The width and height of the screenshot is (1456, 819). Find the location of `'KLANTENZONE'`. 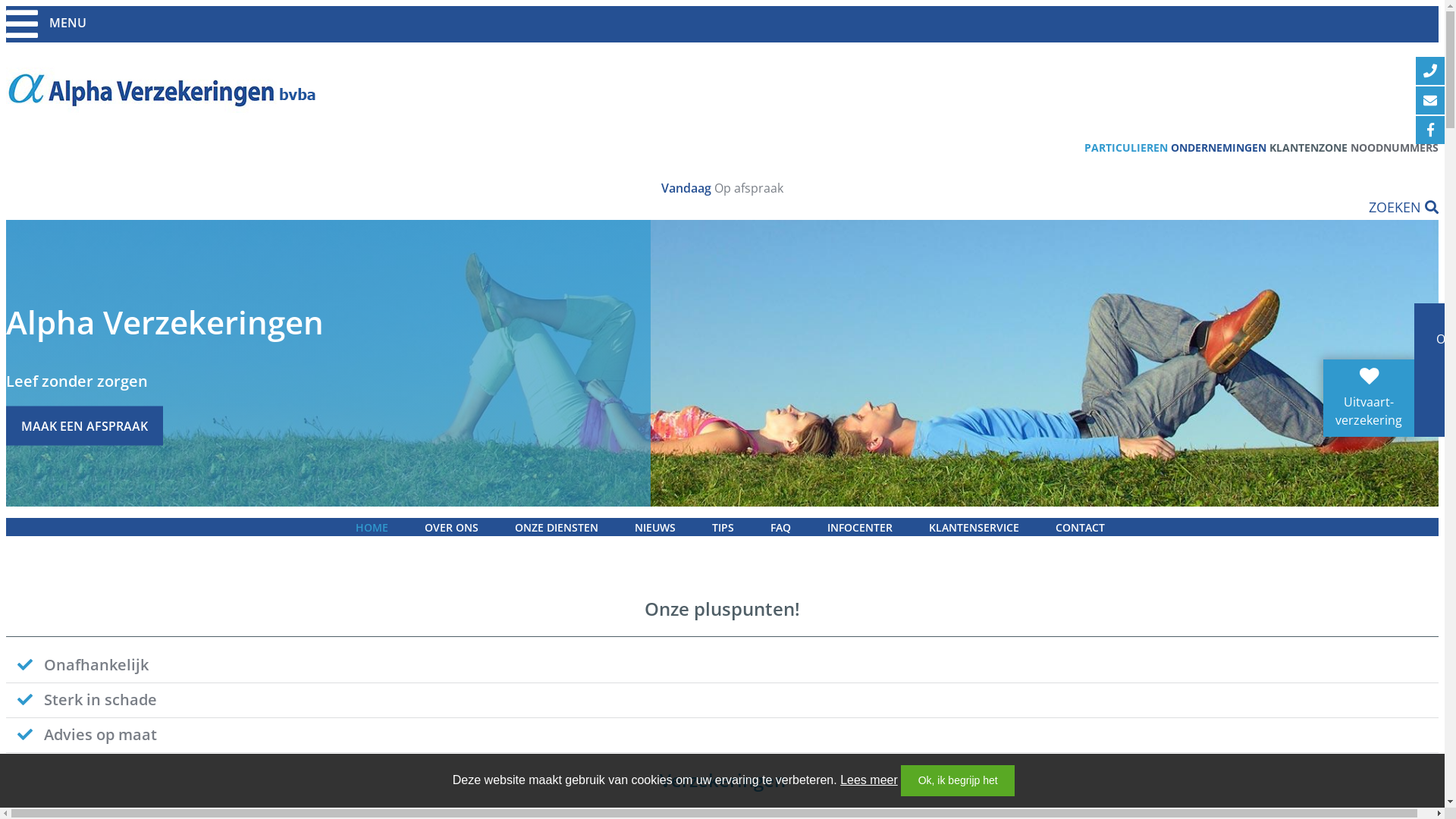

'KLANTENZONE' is located at coordinates (1307, 147).